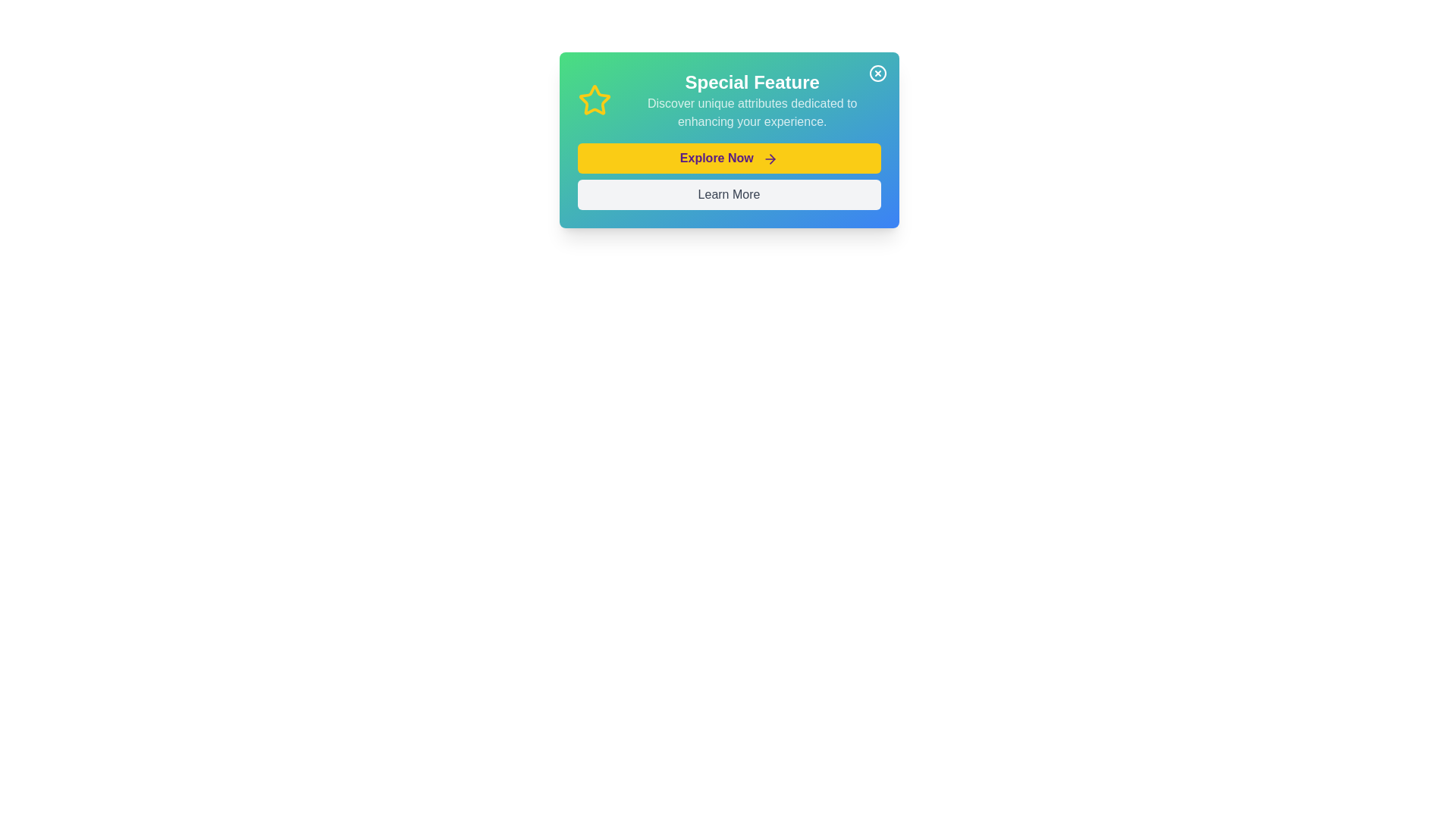  What do you see at coordinates (752, 82) in the screenshot?
I see `the Heading element that indicates the theme or subject of the interface, located at the upper-central region of the panel, above the text 'Discover unique attributes dedicated to enhancing your experience.'` at bounding box center [752, 82].